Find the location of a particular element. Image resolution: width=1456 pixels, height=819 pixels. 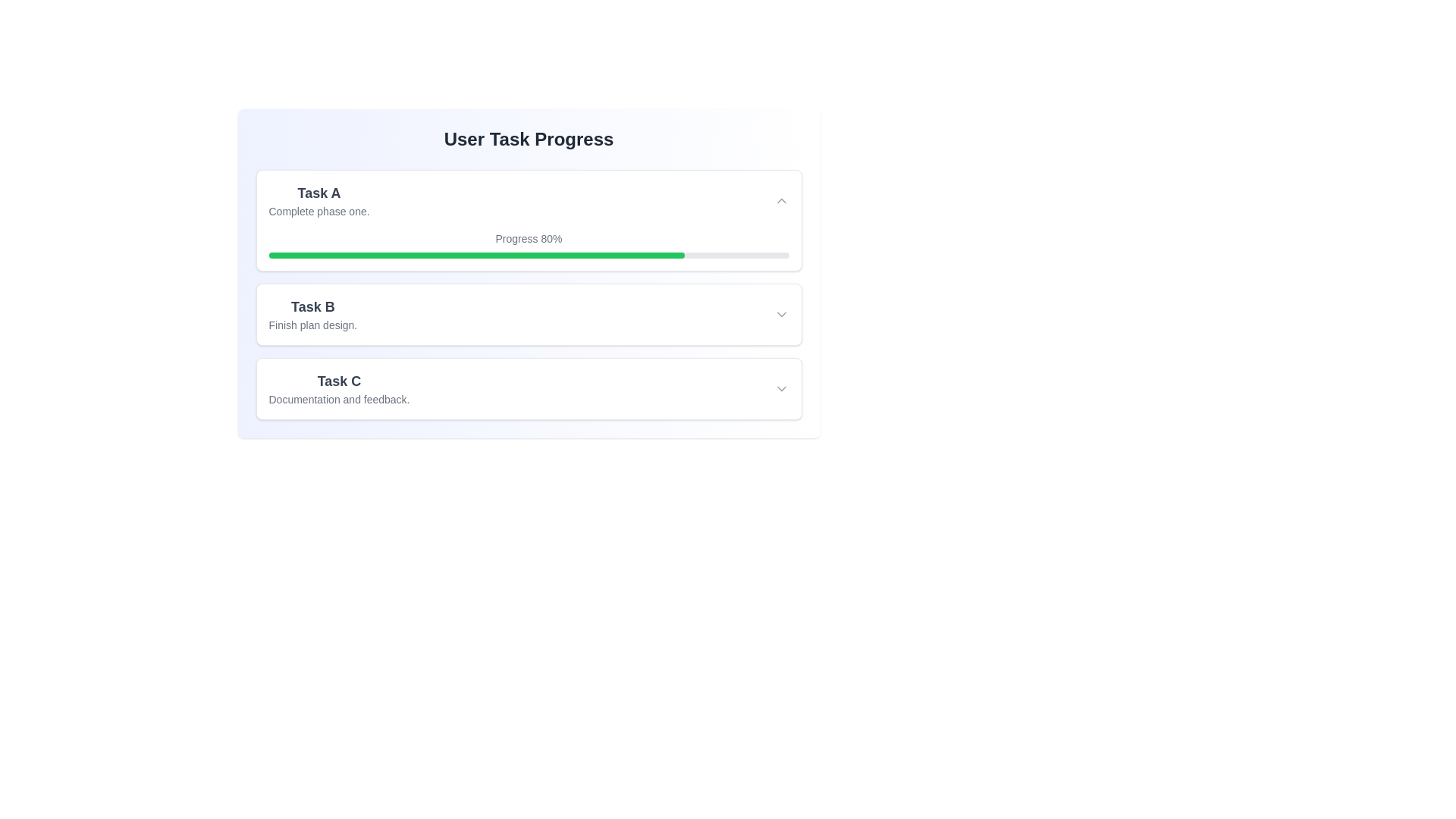

the progress bar indicating 80% completion for 'Task A', located underneath the text 'Progress 80%.' is located at coordinates (529, 254).